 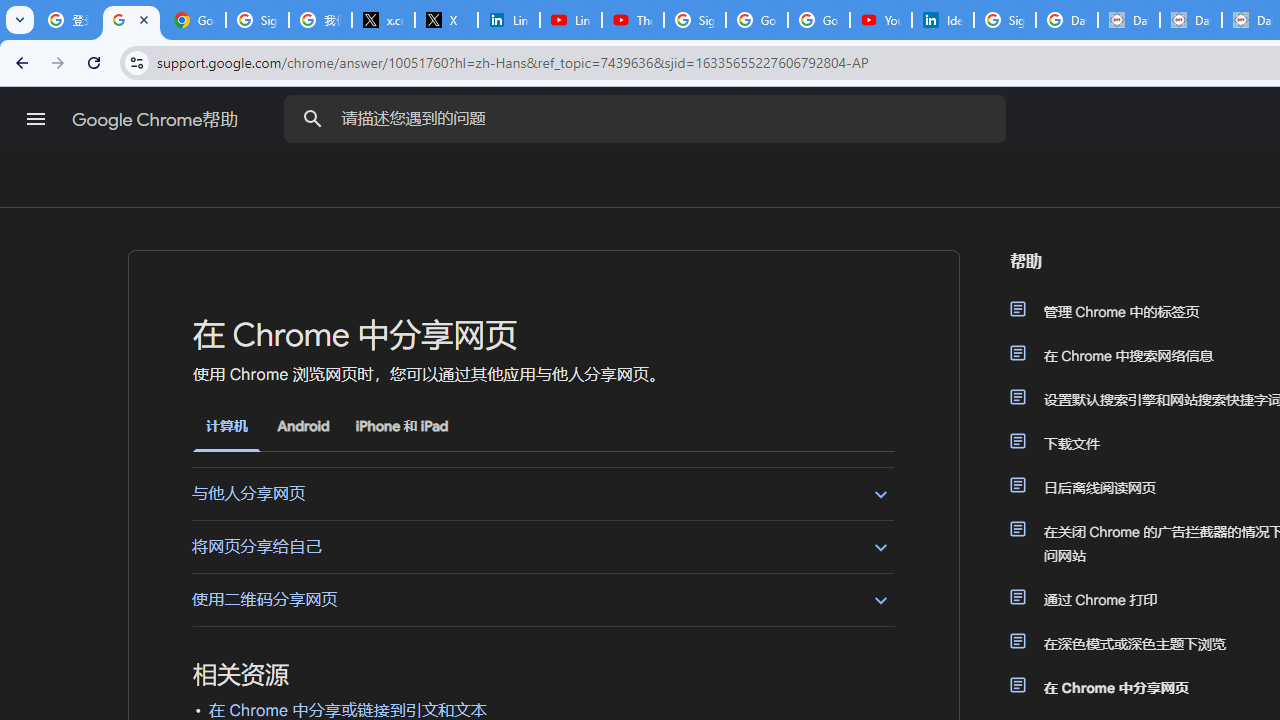 What do you see at coordinates (445, 20) in the screenshot?
I see `'X'` at bounding box center [445, 20].